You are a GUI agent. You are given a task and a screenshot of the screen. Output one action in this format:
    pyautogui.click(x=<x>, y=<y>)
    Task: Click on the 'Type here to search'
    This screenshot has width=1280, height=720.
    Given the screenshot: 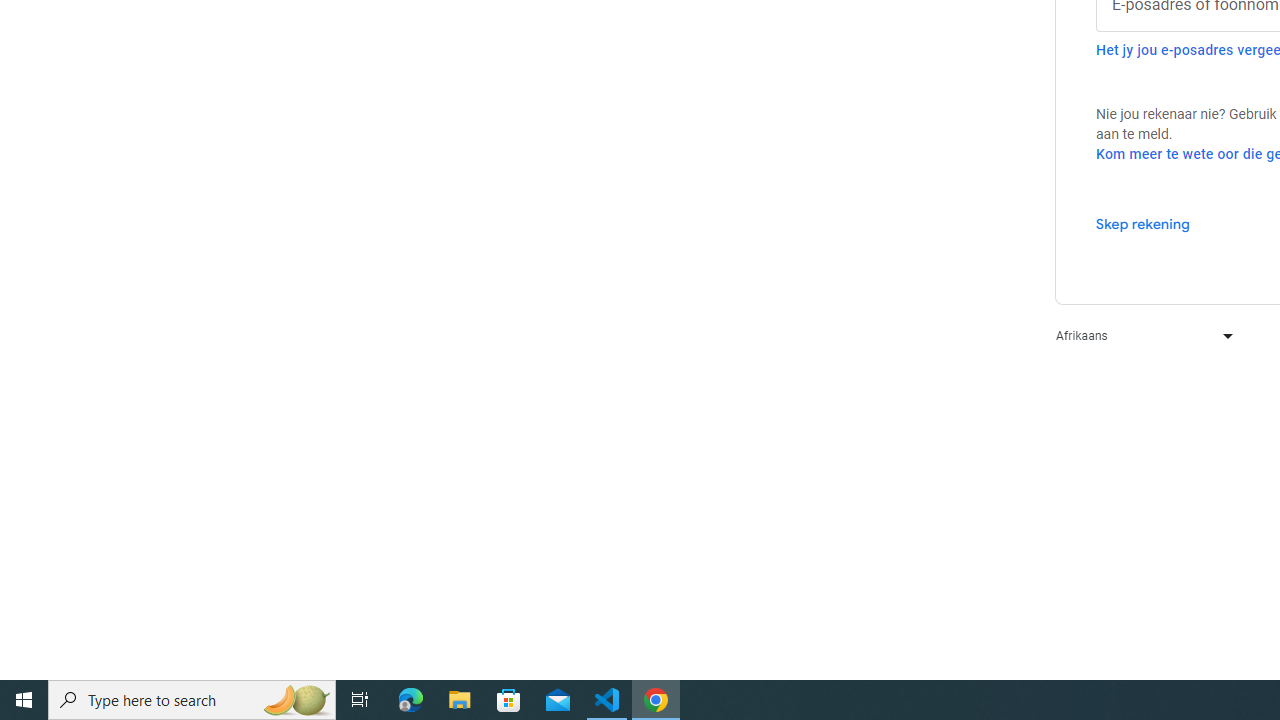 What is the action you would take?
    pyautogui.click(x=192, y=698)
    